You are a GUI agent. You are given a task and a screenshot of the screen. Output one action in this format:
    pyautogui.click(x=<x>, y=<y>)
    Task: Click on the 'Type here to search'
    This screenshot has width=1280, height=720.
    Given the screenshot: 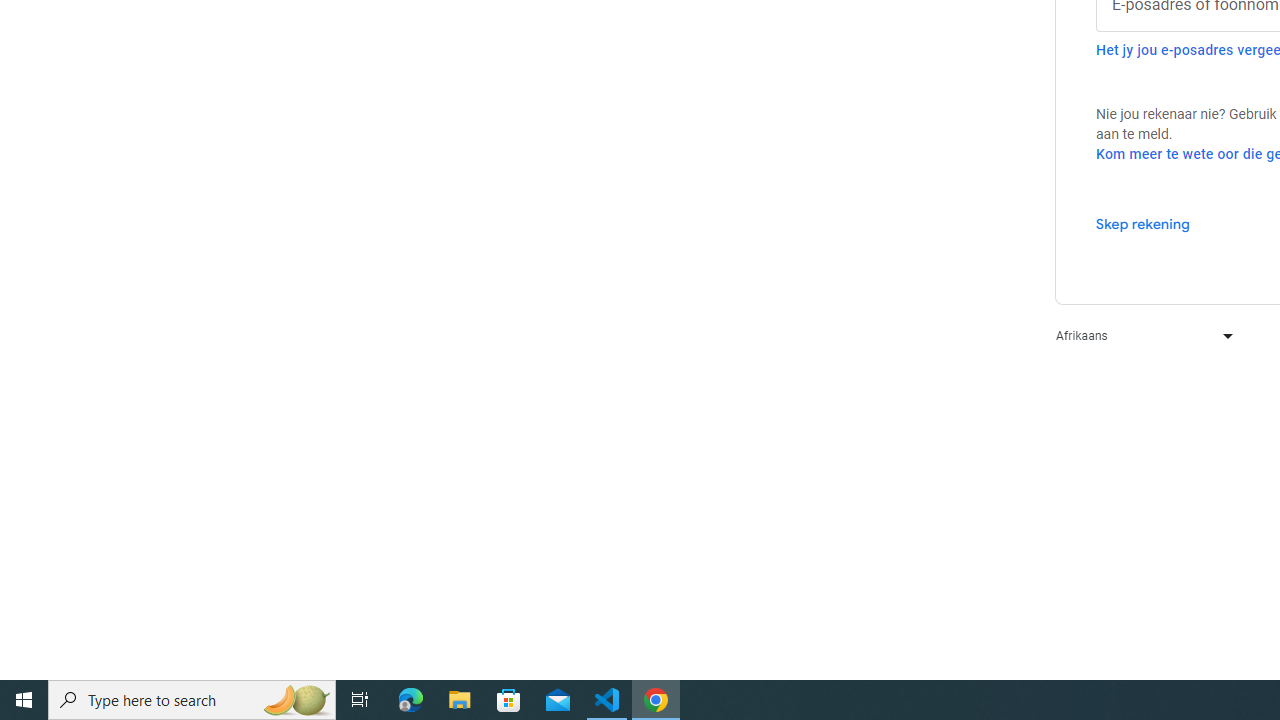 What is the action you would take?
    pyautogui.click(x=192, y=698)
    